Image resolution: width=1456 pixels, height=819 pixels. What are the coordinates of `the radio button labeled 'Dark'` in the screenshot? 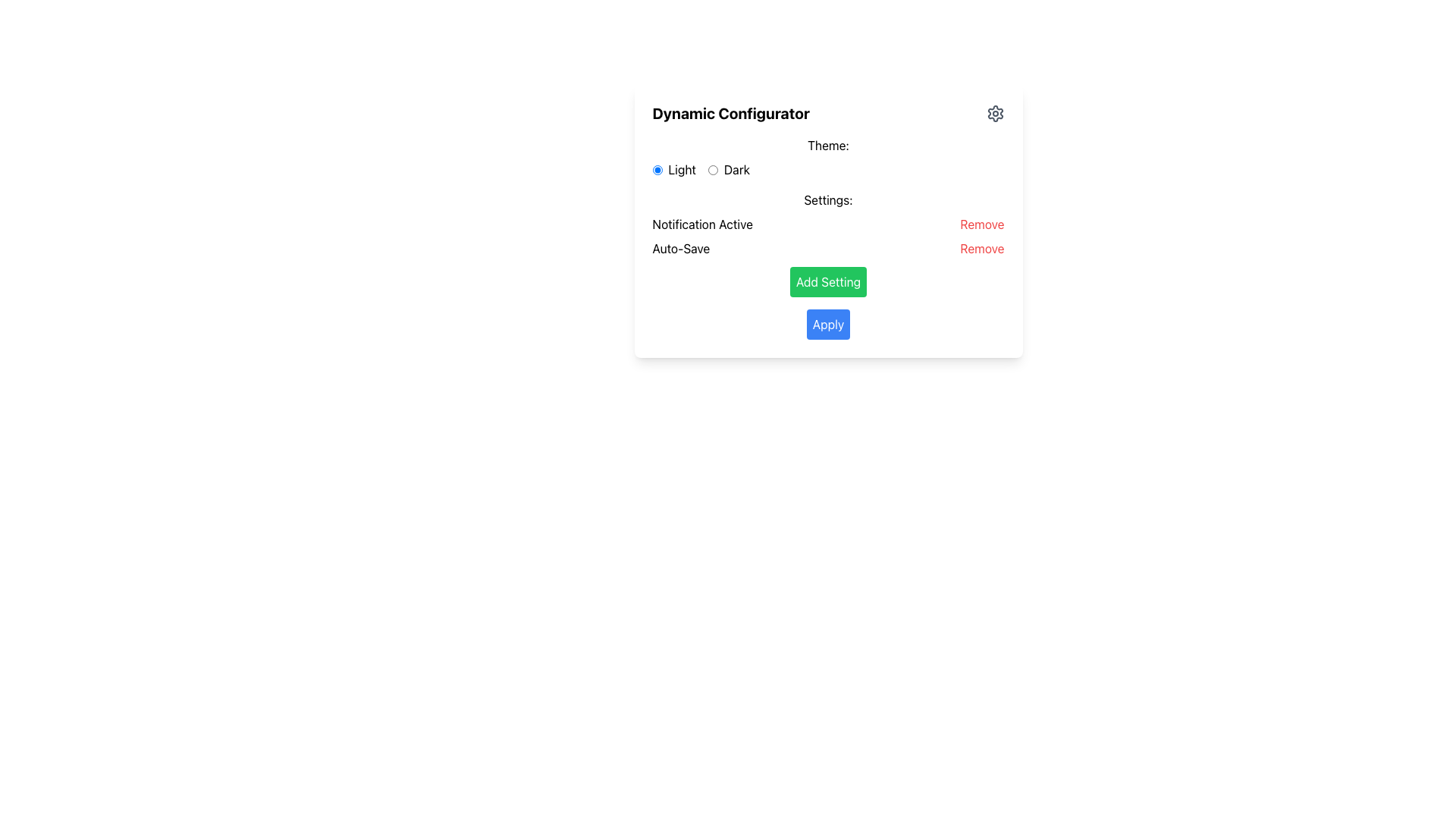 It's located at (729, 169).